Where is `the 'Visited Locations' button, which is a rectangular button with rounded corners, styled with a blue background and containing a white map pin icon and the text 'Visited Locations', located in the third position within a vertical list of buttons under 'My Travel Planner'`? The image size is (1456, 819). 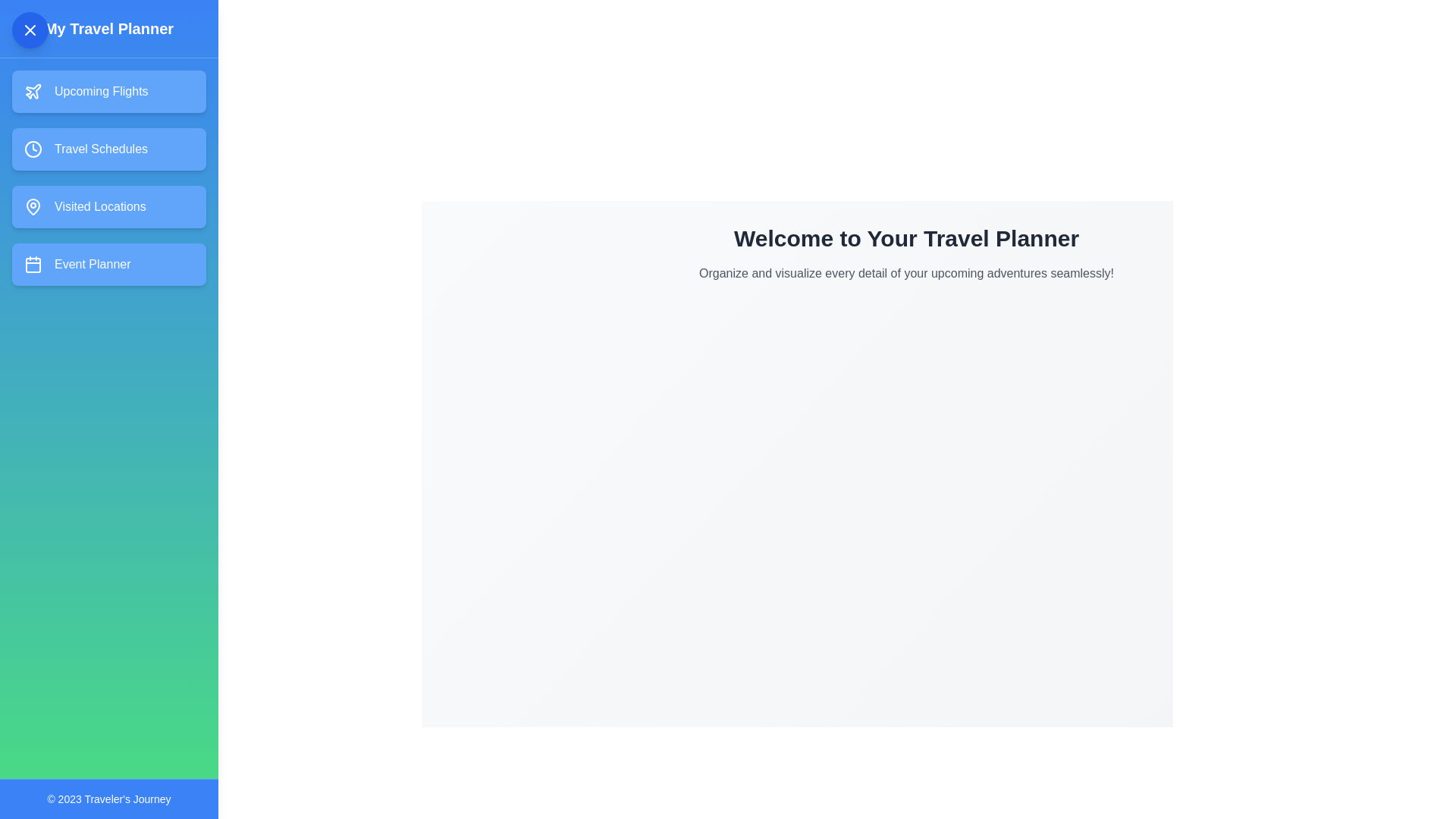 the 'Visited Locations' button, which is a rectangular button with rounded corners, styled with a blue background and containing a white map pin icon and the text 'Visited Locations', located in the third position within a vertical list of buttons under 'My Travel Planner' is located at coordinates (108, 207).